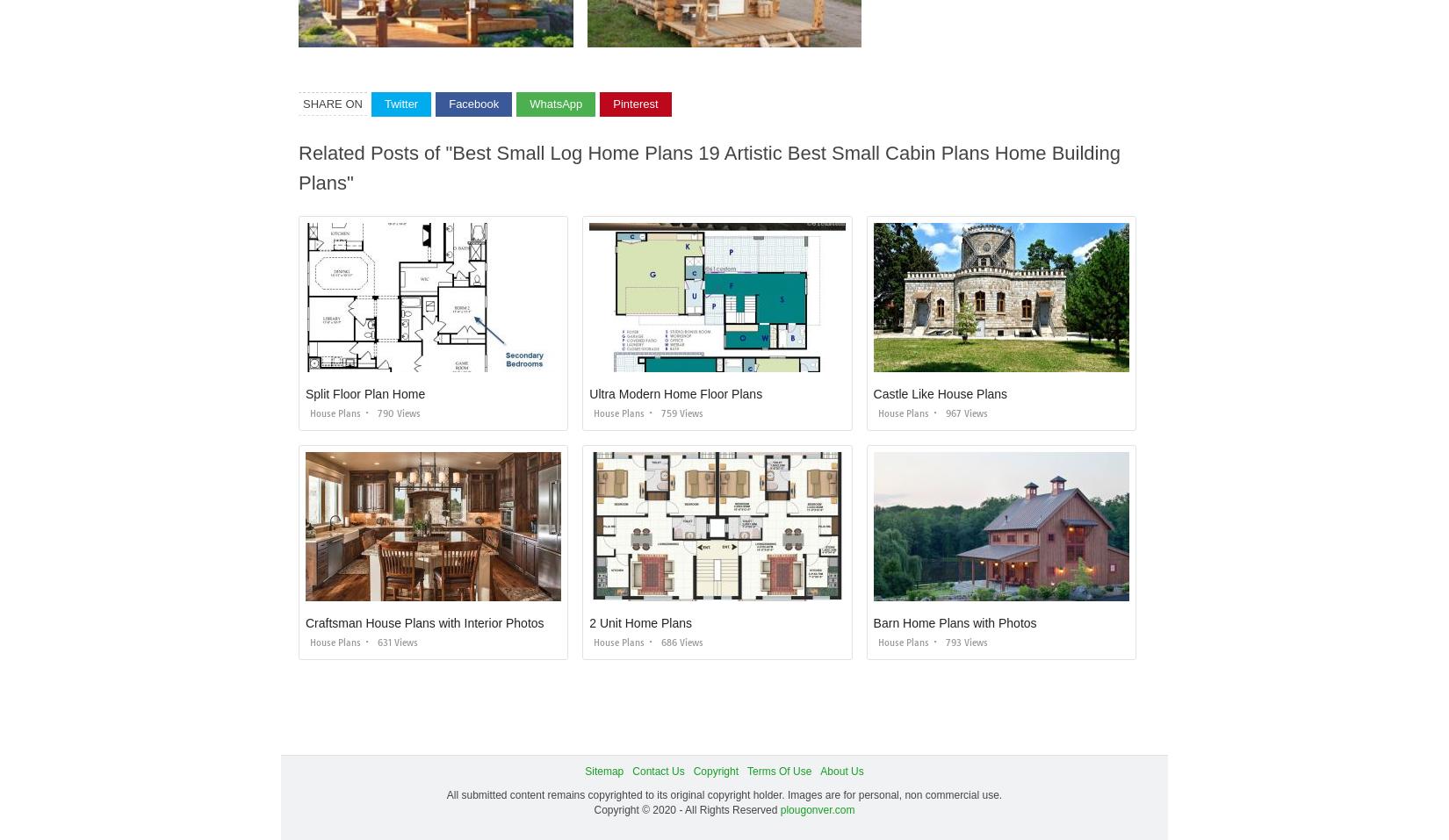 The height and width of the screenshot is (840, 1449). What do you see at coordinates (657, 772) in the screenshot?
I see `'Contact Us'` at bounding box center [657, 772].